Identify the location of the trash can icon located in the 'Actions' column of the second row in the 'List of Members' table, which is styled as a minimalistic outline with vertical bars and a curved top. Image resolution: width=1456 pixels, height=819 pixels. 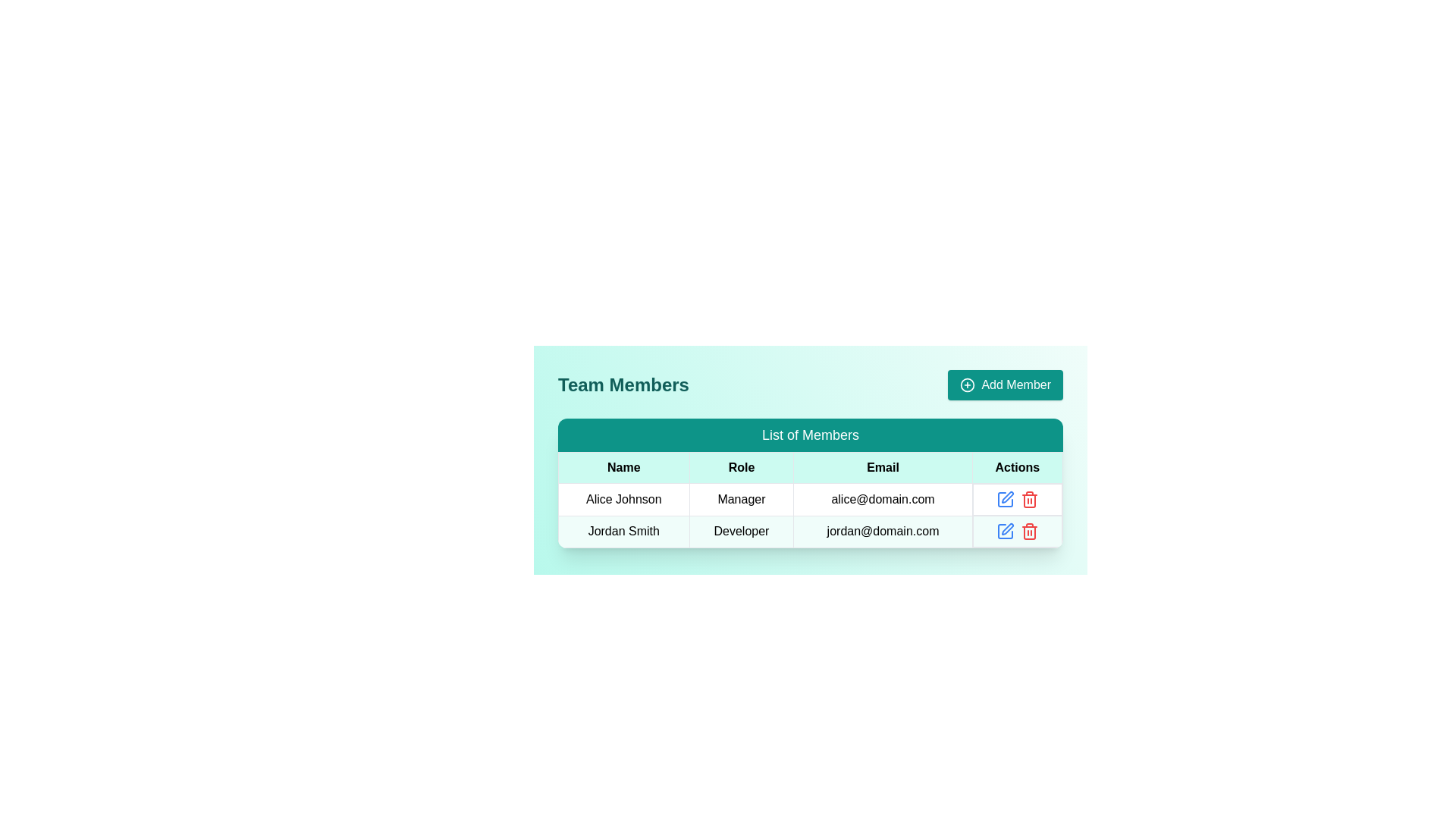
(1029, 532).